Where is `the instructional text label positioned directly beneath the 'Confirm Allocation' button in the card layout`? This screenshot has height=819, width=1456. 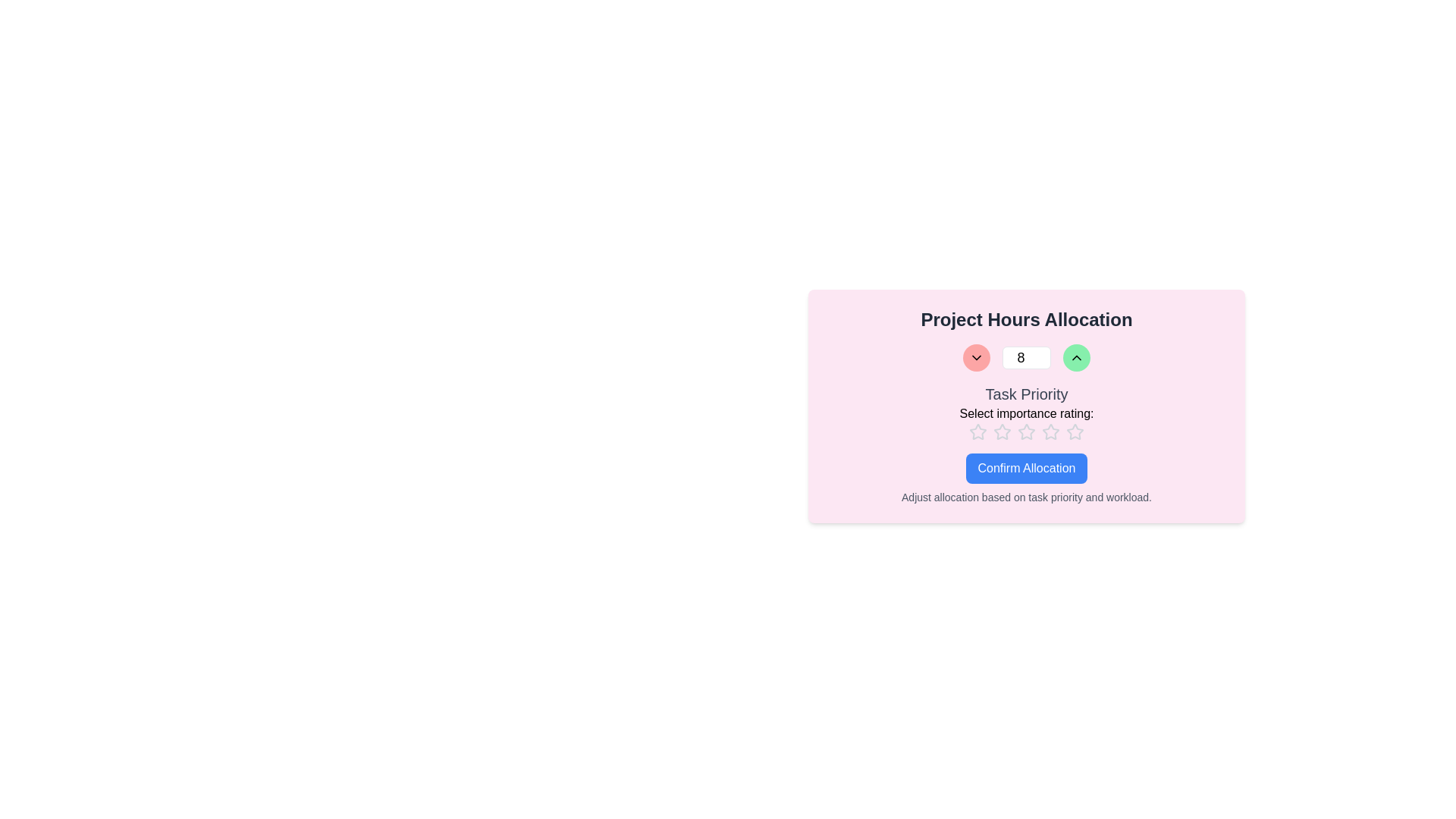 the instructional text label positioned directly beneath the 'Confirm Allocation' button in the card layout is located at coordinates (1026, 497).